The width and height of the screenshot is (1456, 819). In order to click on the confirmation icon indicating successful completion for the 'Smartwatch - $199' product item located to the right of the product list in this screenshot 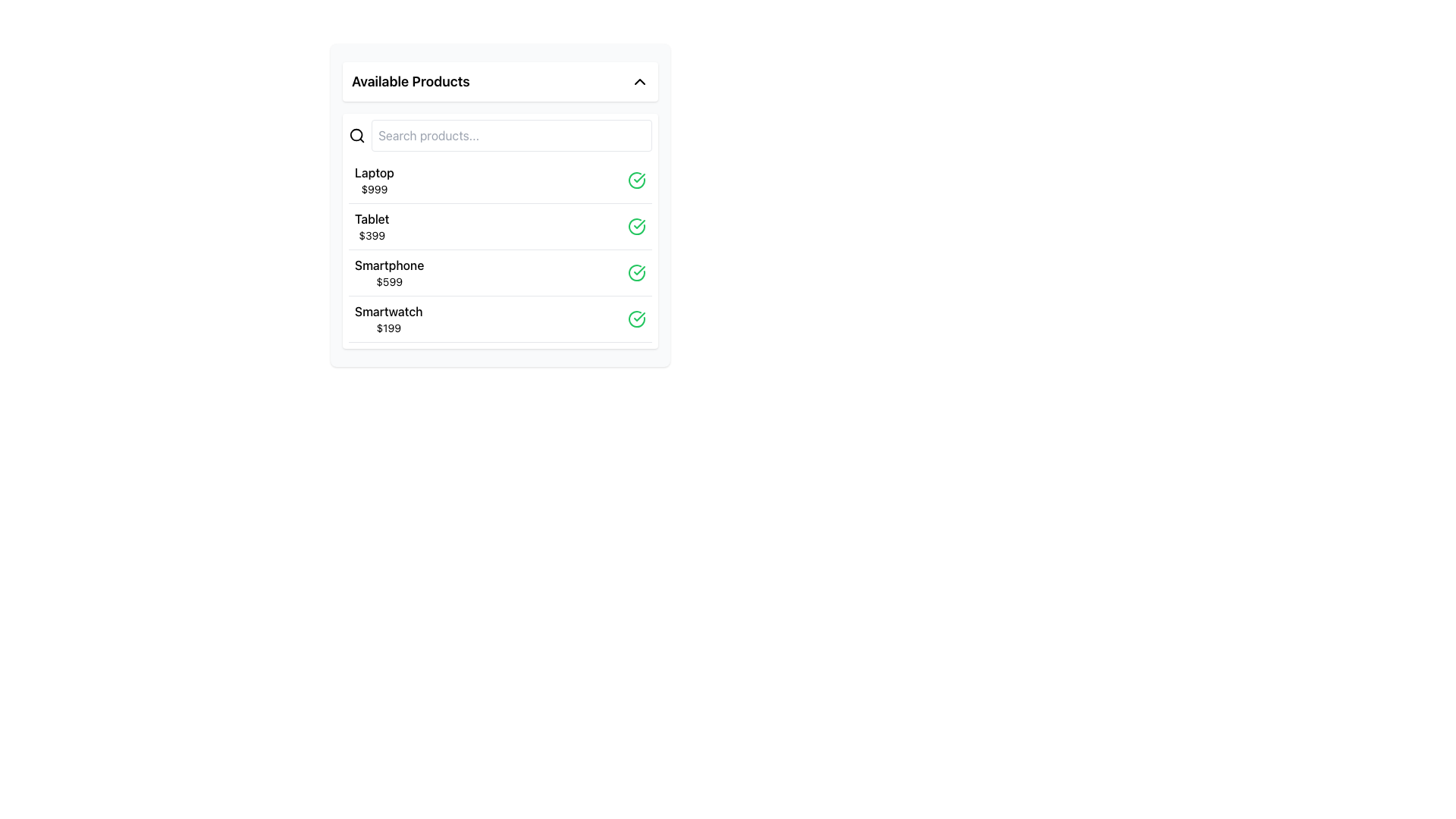, I will do `click(639, 270)`.